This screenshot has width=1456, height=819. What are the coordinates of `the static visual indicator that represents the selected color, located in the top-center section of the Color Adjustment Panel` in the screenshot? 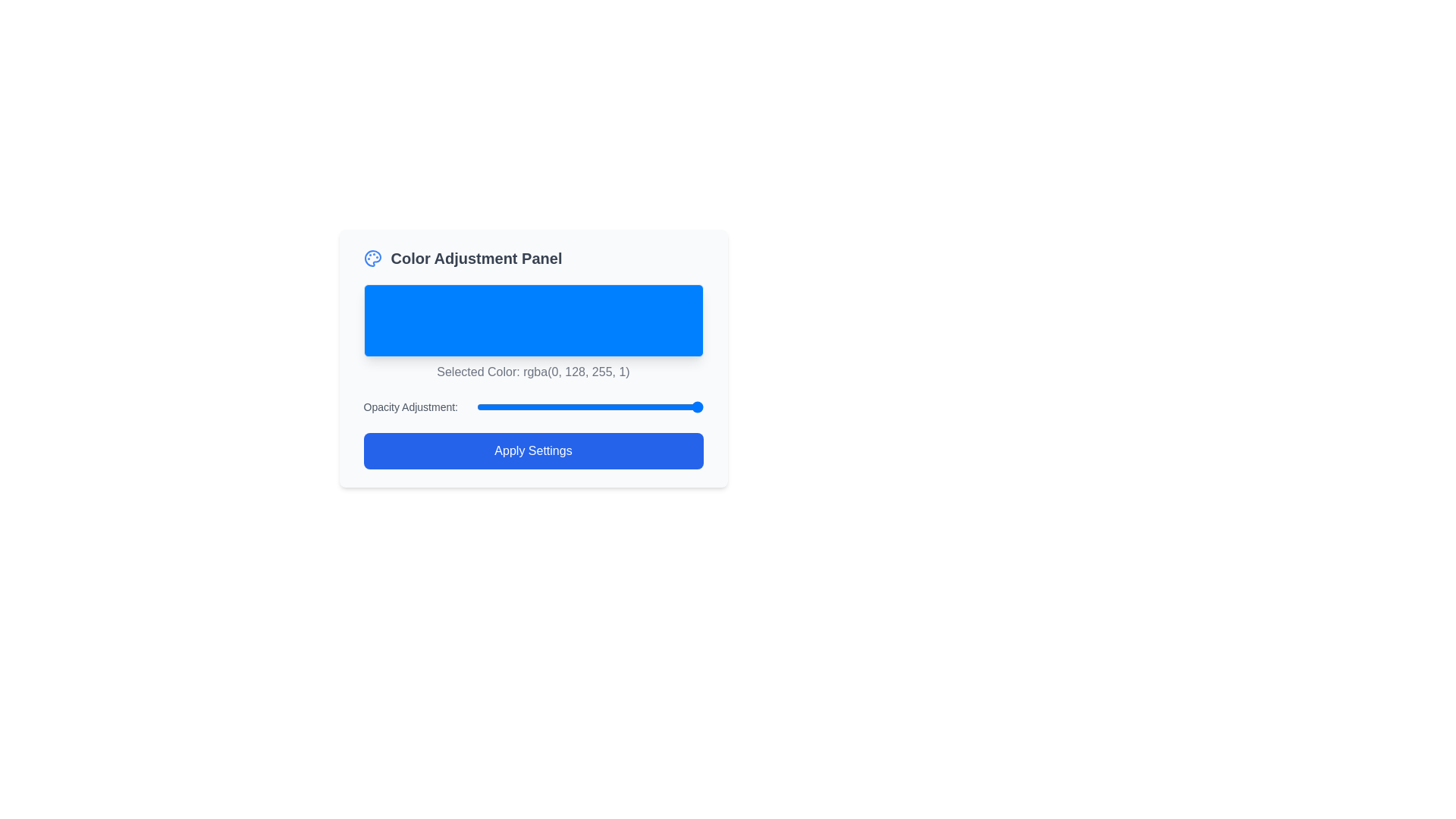 It's located at (533, 320).